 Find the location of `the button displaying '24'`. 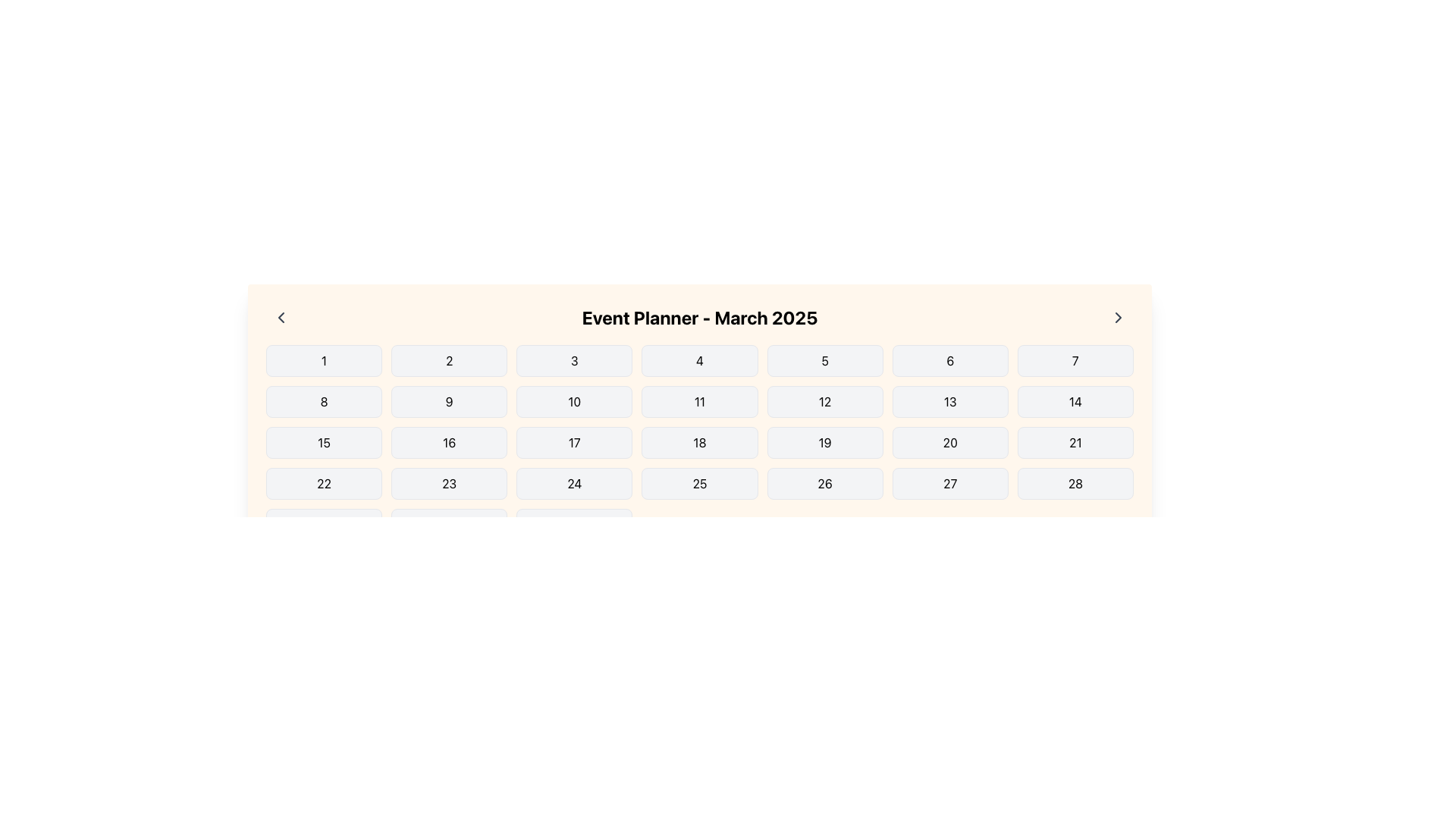

the button displaying '24' is located at coordinates (573, 483).